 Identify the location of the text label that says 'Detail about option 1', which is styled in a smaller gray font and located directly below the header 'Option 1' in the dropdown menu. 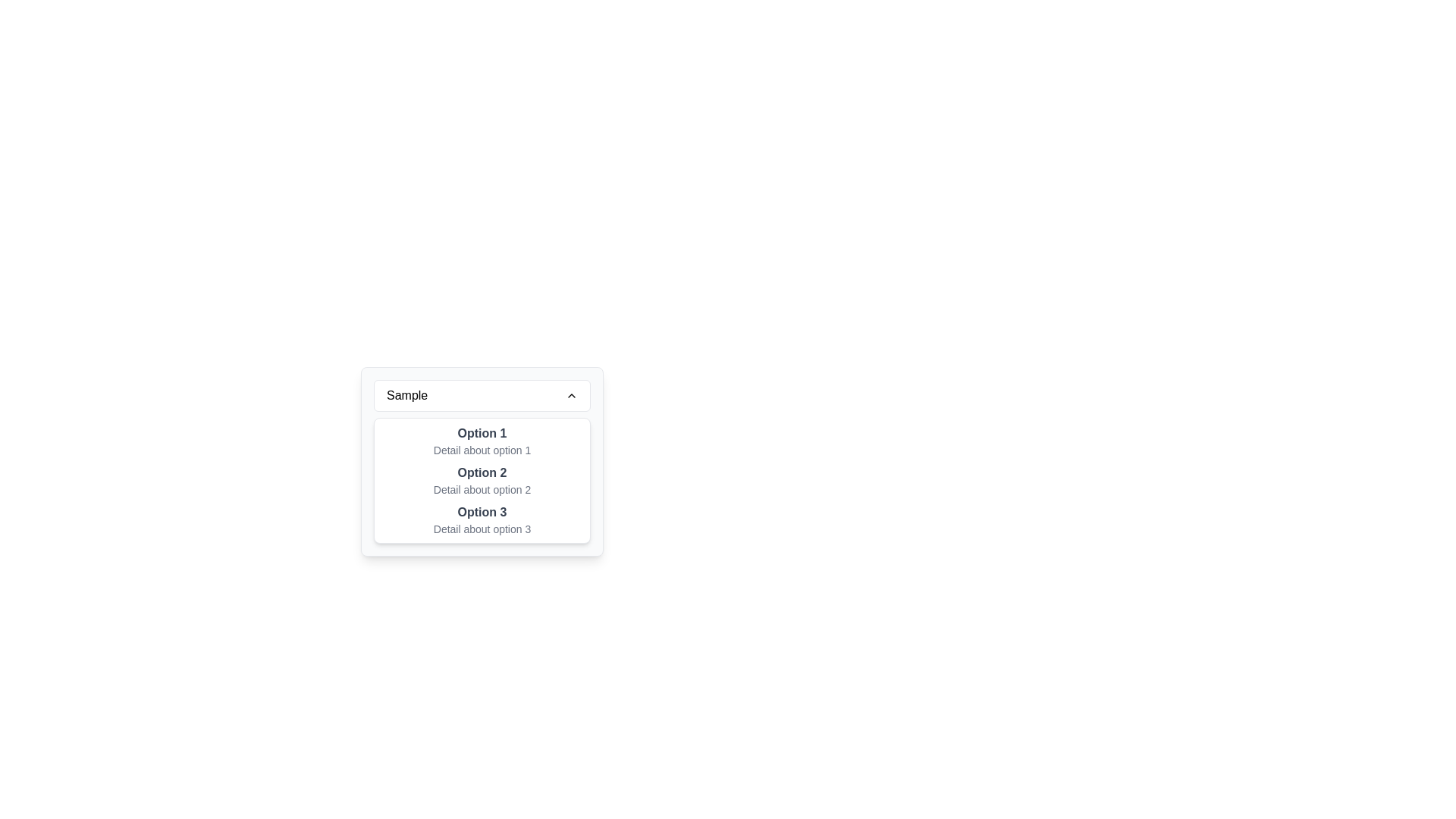
(481, 450).